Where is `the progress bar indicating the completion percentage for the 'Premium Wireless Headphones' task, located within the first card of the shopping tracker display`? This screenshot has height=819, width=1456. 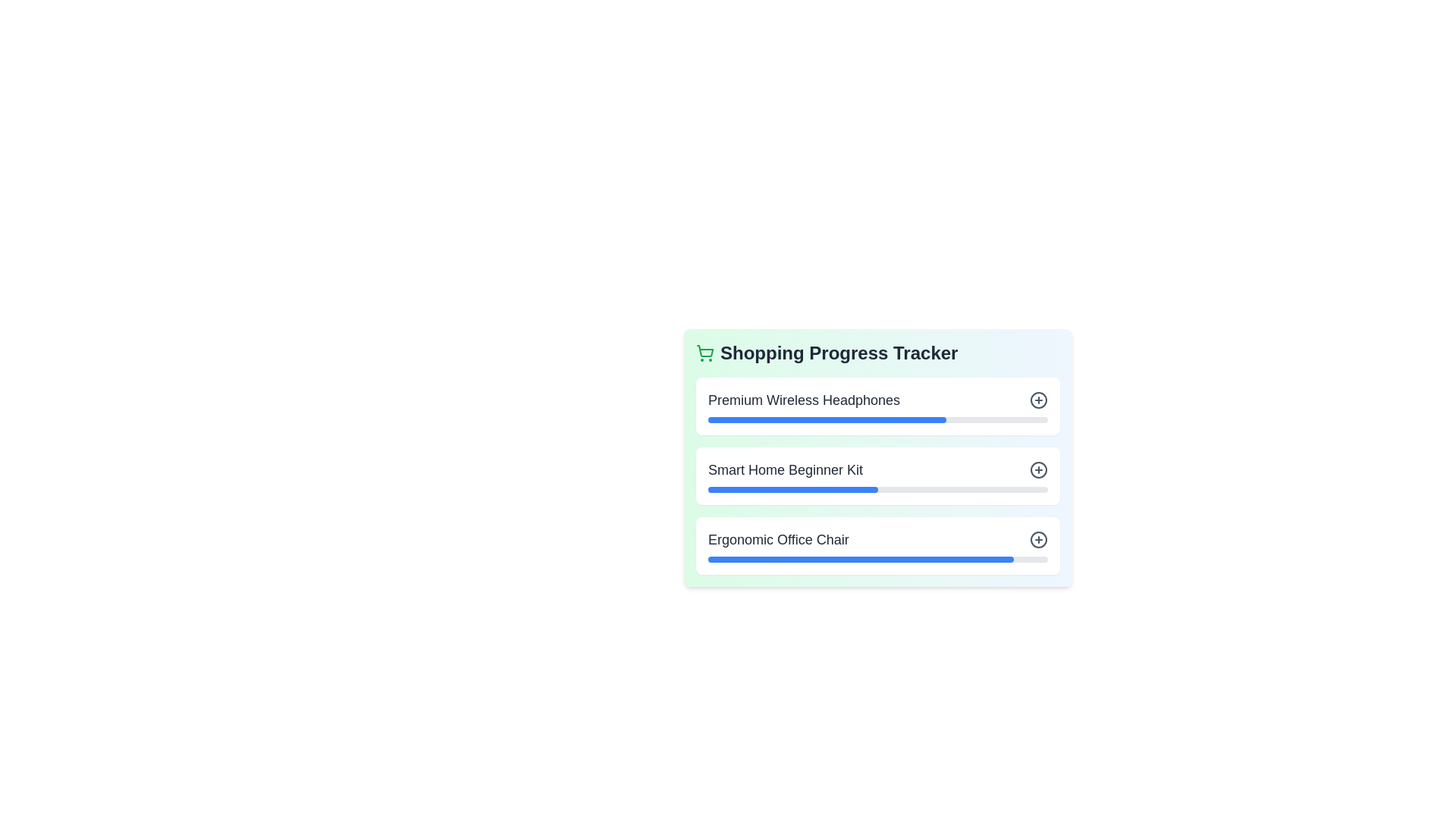 the progress bar indicating the completion percentage for the 'Premium Wireless Headphones' task, located within the first card of the shopping tracker display is located at coordinates (877, 420).